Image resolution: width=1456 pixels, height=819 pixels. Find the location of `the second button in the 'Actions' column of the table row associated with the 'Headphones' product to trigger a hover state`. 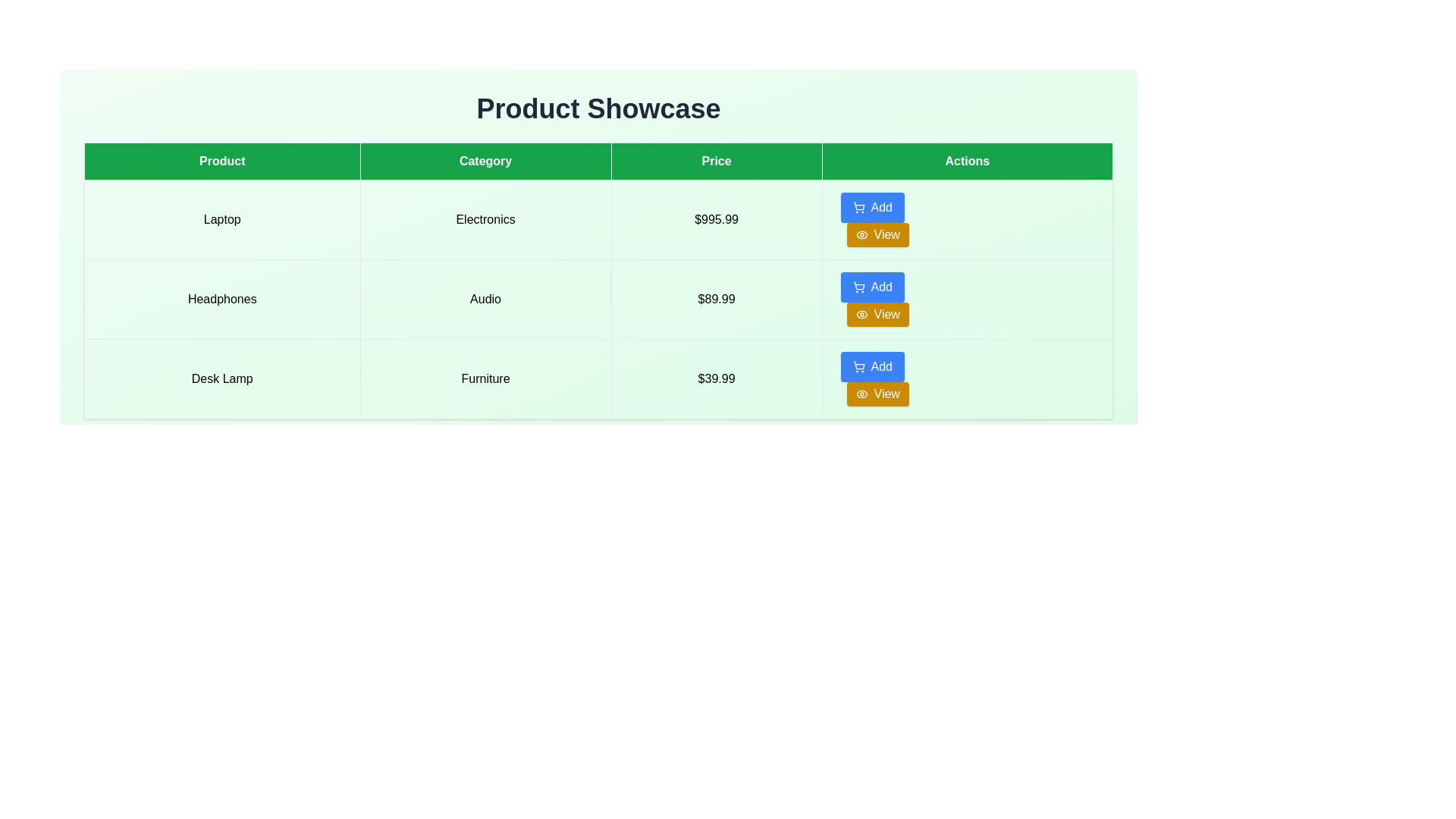

the second button in the 'Actions' column of the table row associated with the 'Headphones' product to trigger a hover state is located at coordinates (877, 314).